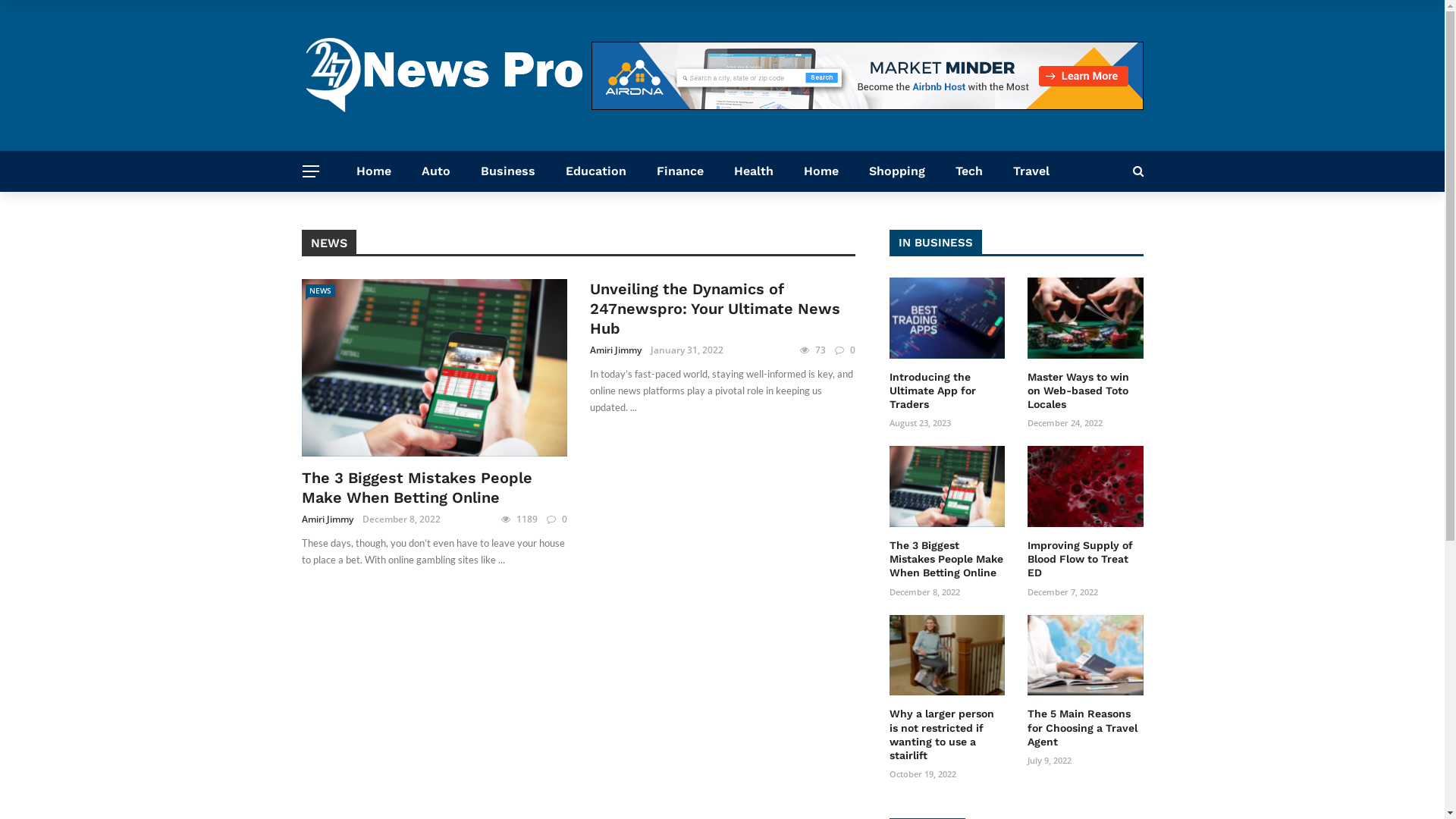 This screenshot has height=819, width=1456. What do you see at coordinates (968, 171) in the screenshot?
I see `'Tech'` at bounding box center [968, 171].